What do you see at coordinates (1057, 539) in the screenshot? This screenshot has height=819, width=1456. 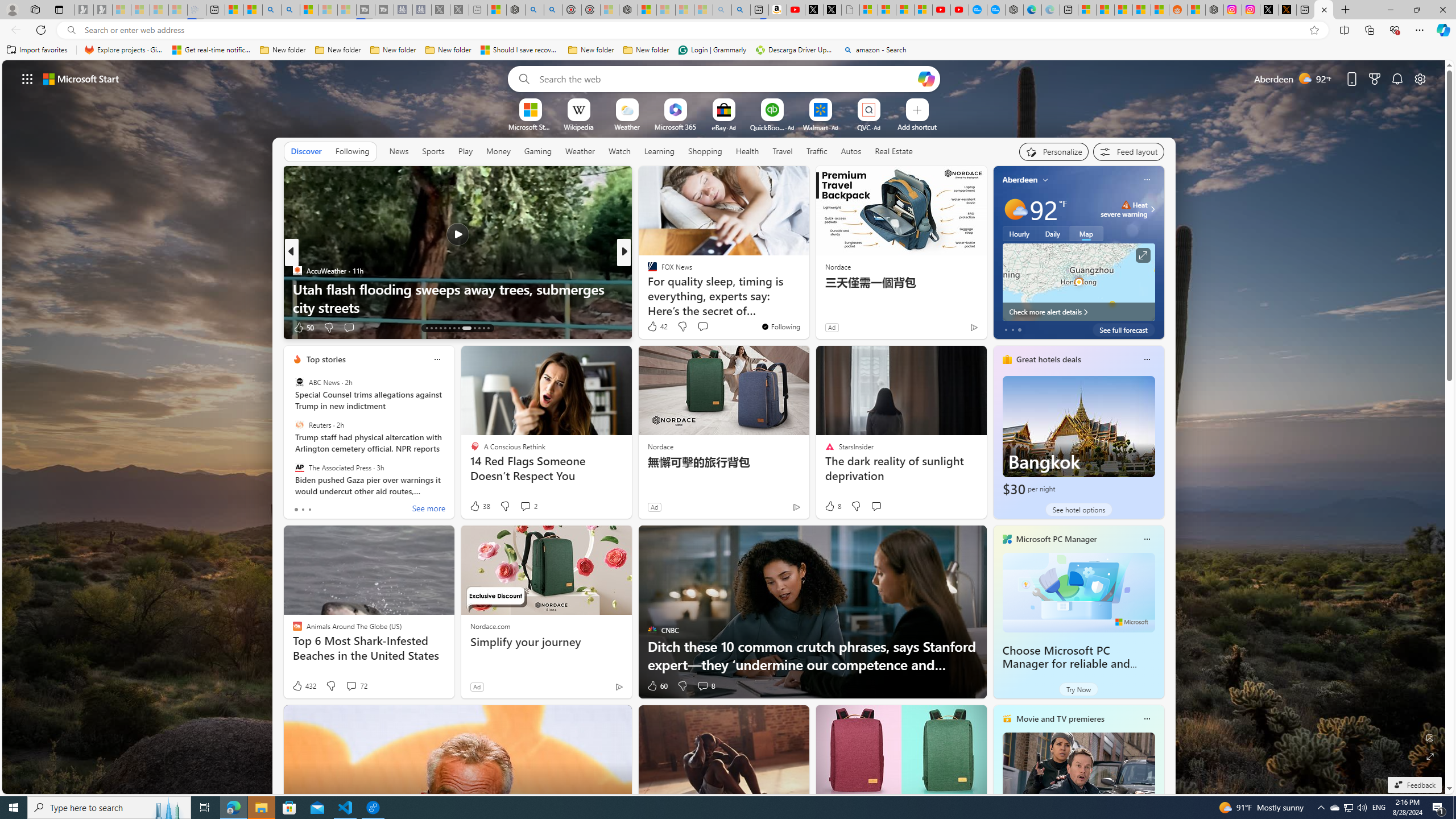 I see `'Microsoft PC Manager'` at bounding box center [1057, 539].